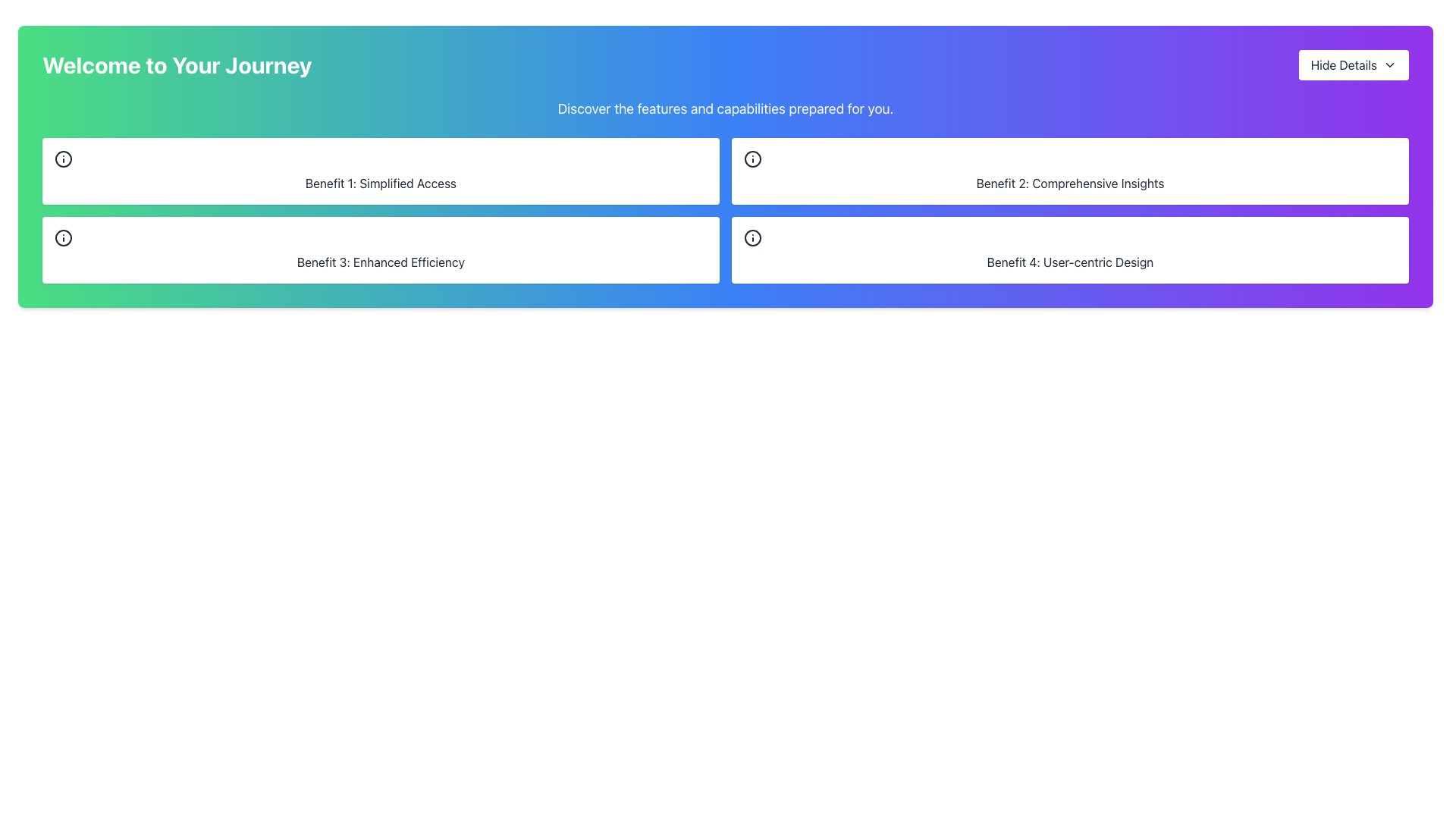  What do you see at coordinates (381, 262) in the screenshot?
I see `text content of the descriptive label indicating 'Benefit 3: Enhanced Efficiency' located in the third card of a vertically arranged card layout` at bounding box center [381, 262].